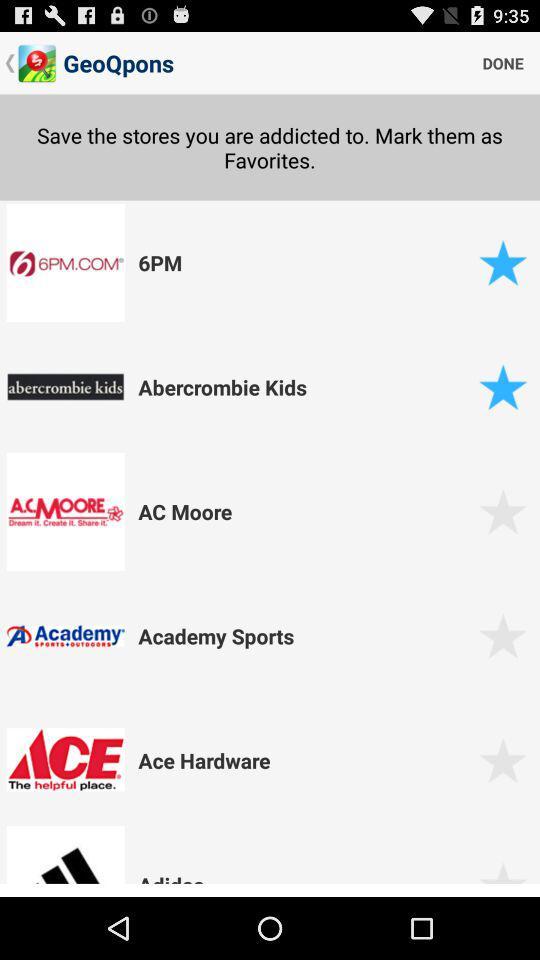 The image size is (540, 960). Describe the element at coordinates (502, 510) in the screenshot. I see `favourite selection` at that location.